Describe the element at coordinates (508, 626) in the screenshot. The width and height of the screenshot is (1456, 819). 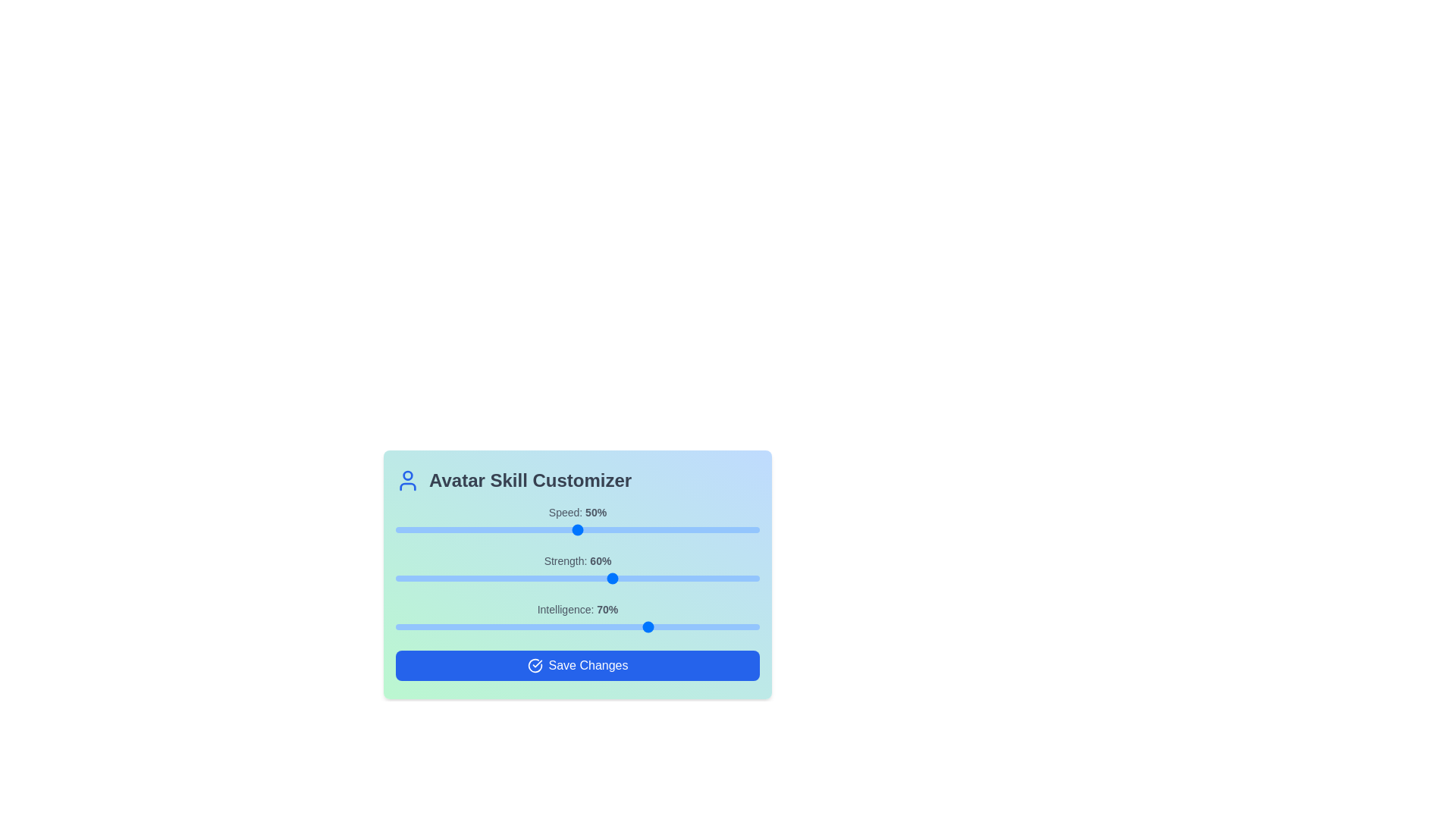
I see `the slider` at that location.